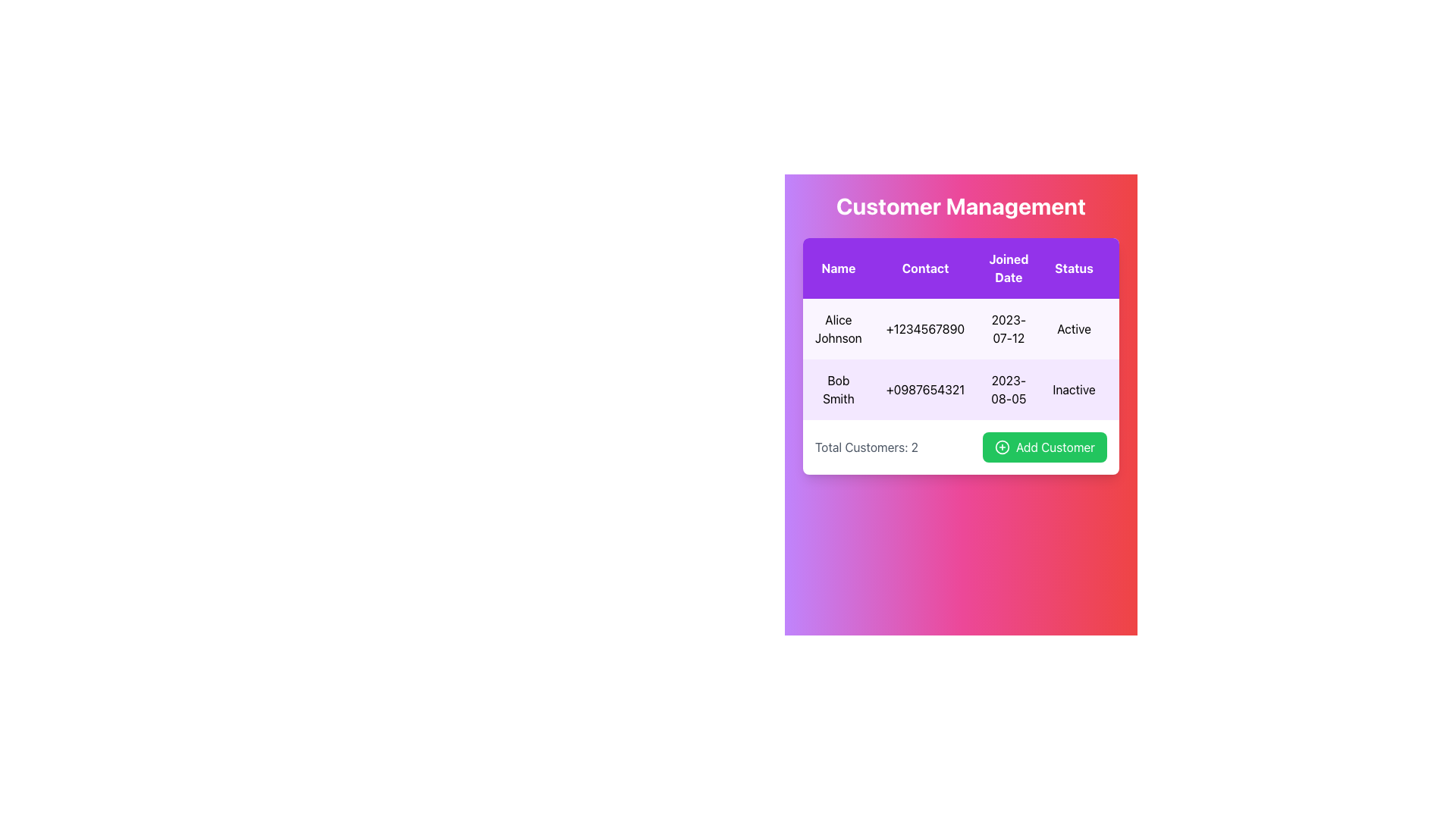 The image size is (1456, 819). Describe the element at coordinates (1073, 328) in the screenshot. I see `the Text label indicating the status of the first customer ('Alice Johnson') in the Customer Management table, which shows that they are active` at that location.